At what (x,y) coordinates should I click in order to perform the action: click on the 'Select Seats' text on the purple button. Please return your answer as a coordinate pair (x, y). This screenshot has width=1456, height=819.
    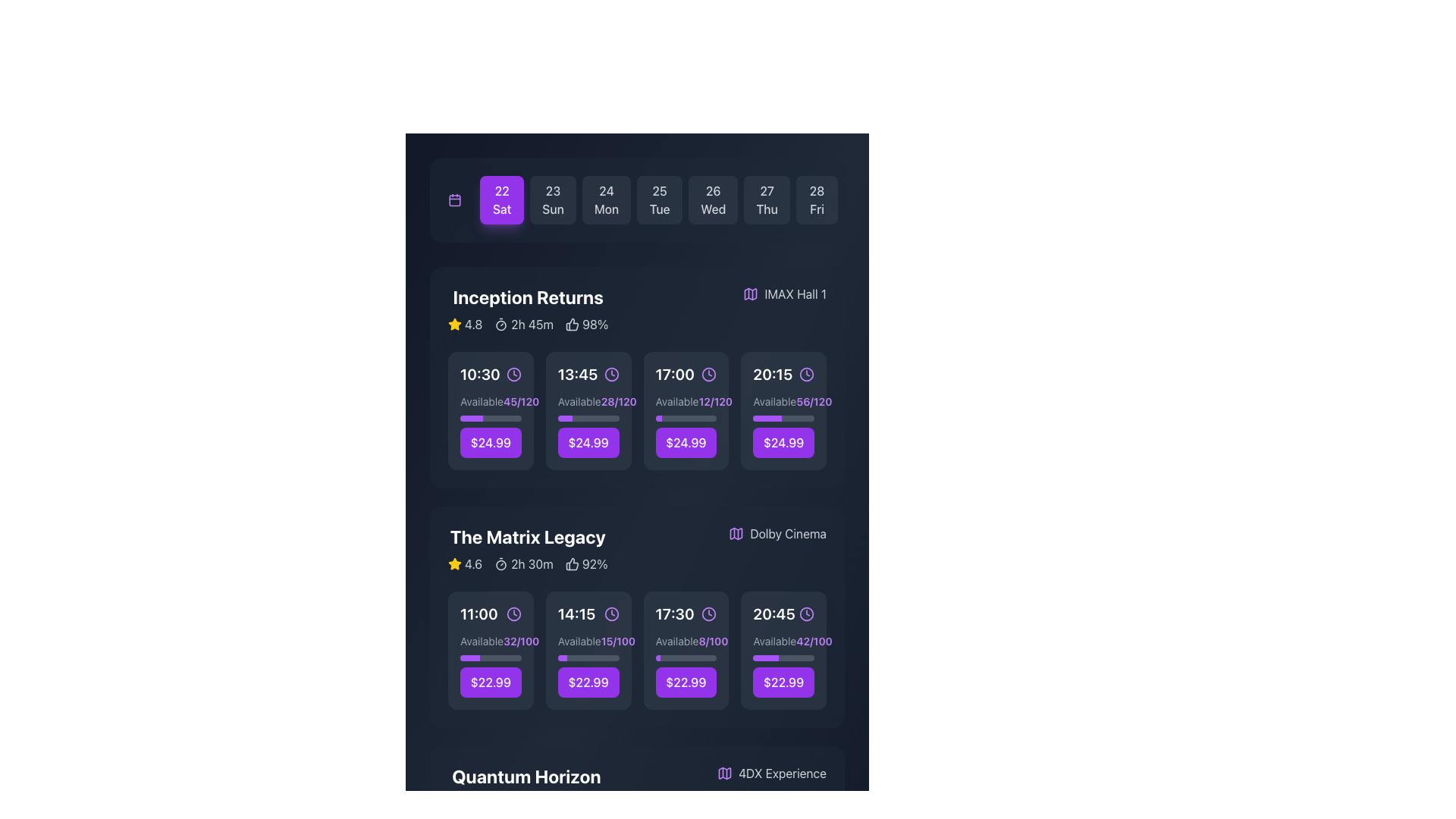
    Looking at the image, I should click on (790, 649).